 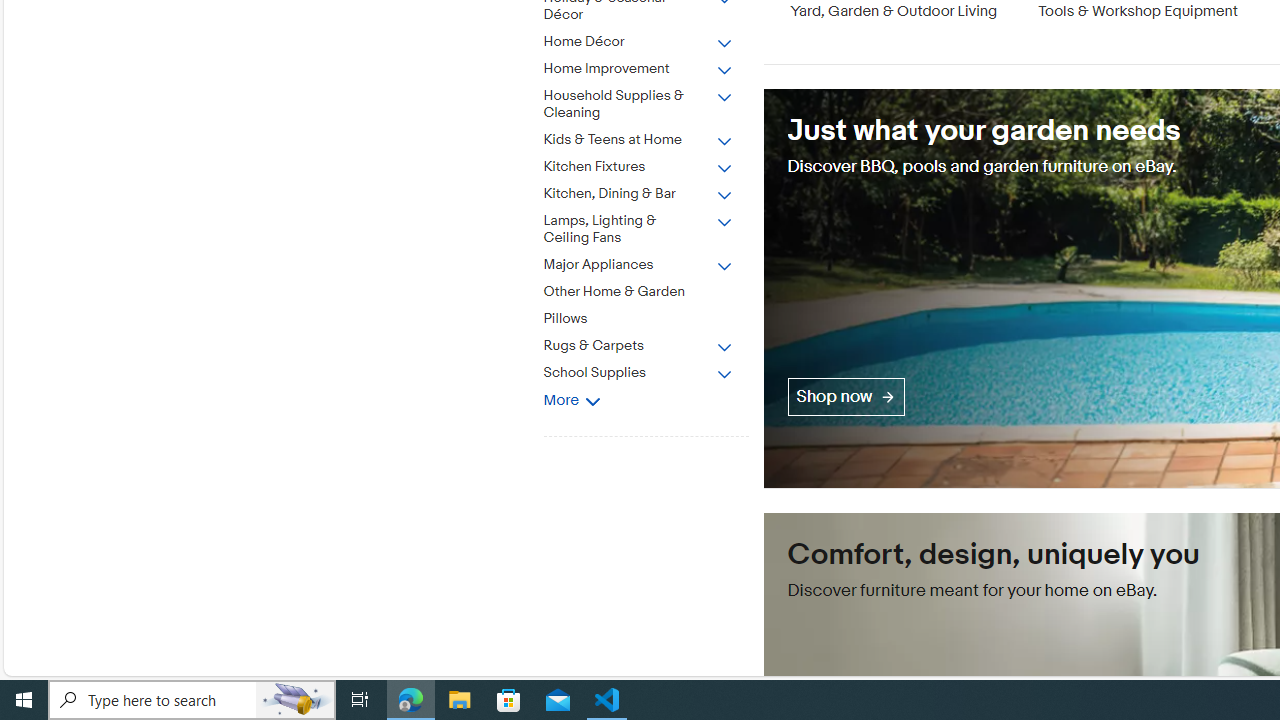 I want to click on 'Pillows', so click(x=637, y=318).